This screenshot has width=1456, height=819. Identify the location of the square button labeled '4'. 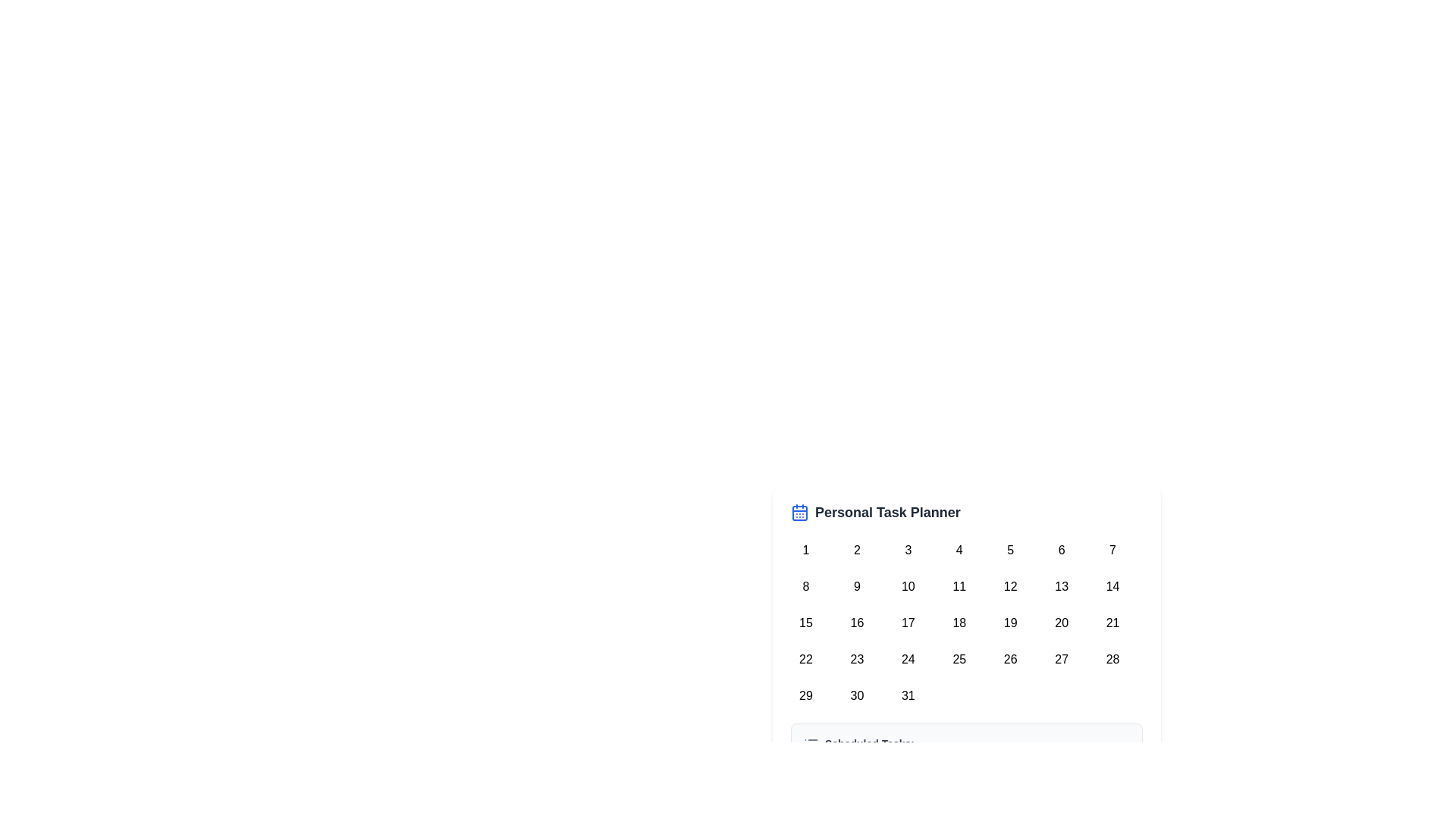
(959, 550).